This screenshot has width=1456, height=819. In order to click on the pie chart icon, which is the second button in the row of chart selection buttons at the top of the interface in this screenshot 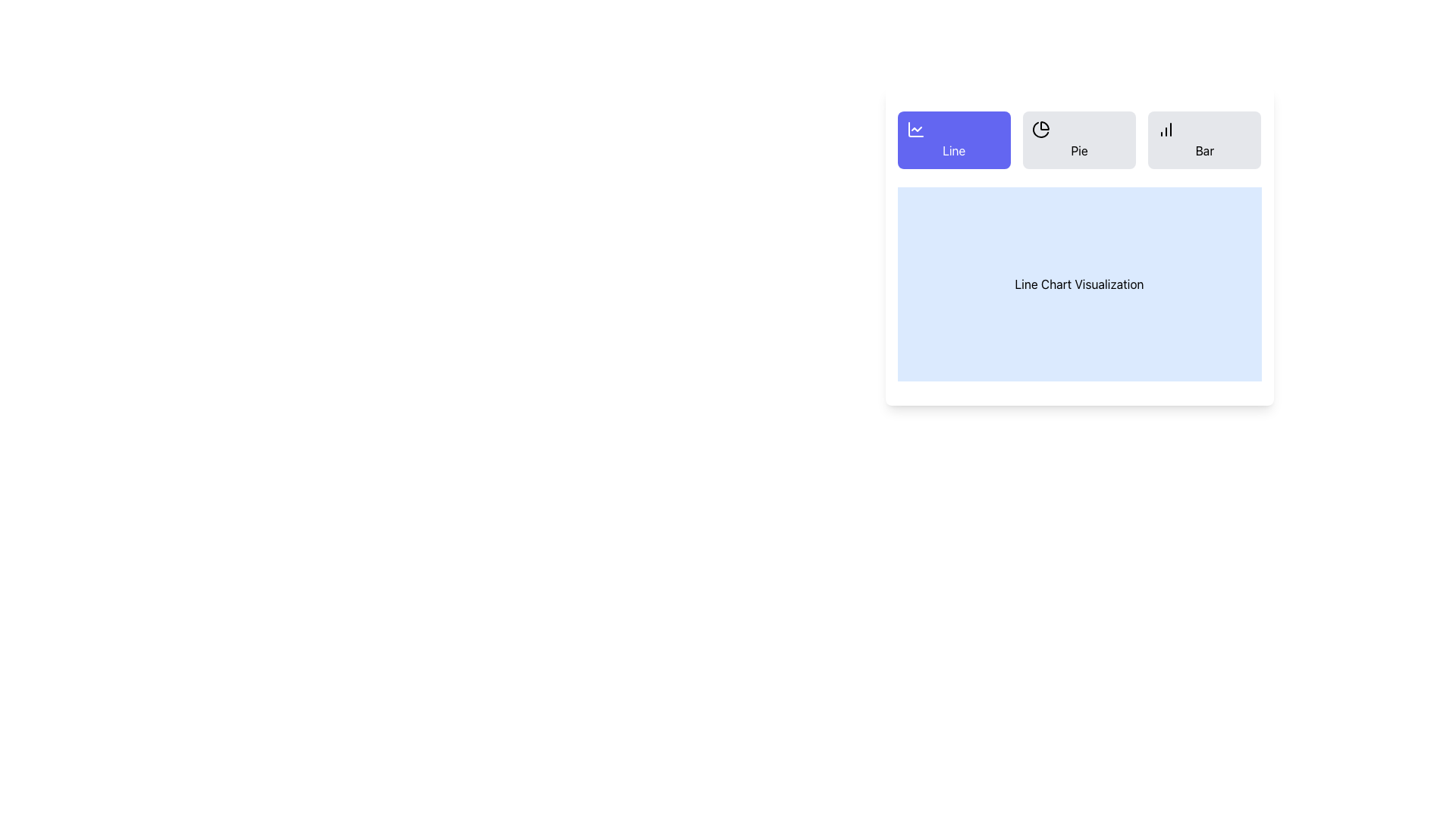, I will do `click(1040, 128)`.